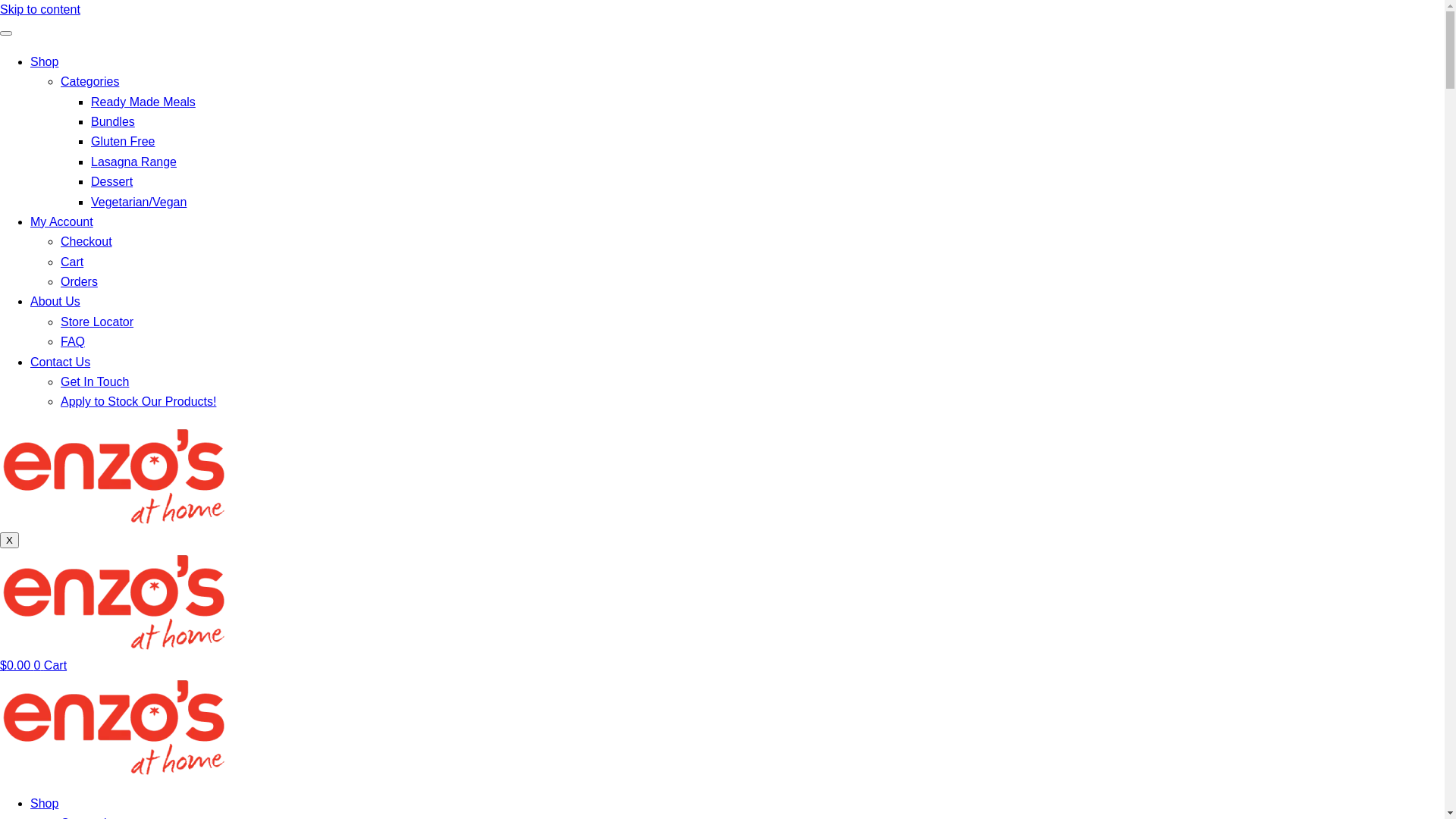  What do you see at coordinates (112, 599) in the screenshot?
I see `'Enzos at Home Logo'` at bounding box center [112, 599].